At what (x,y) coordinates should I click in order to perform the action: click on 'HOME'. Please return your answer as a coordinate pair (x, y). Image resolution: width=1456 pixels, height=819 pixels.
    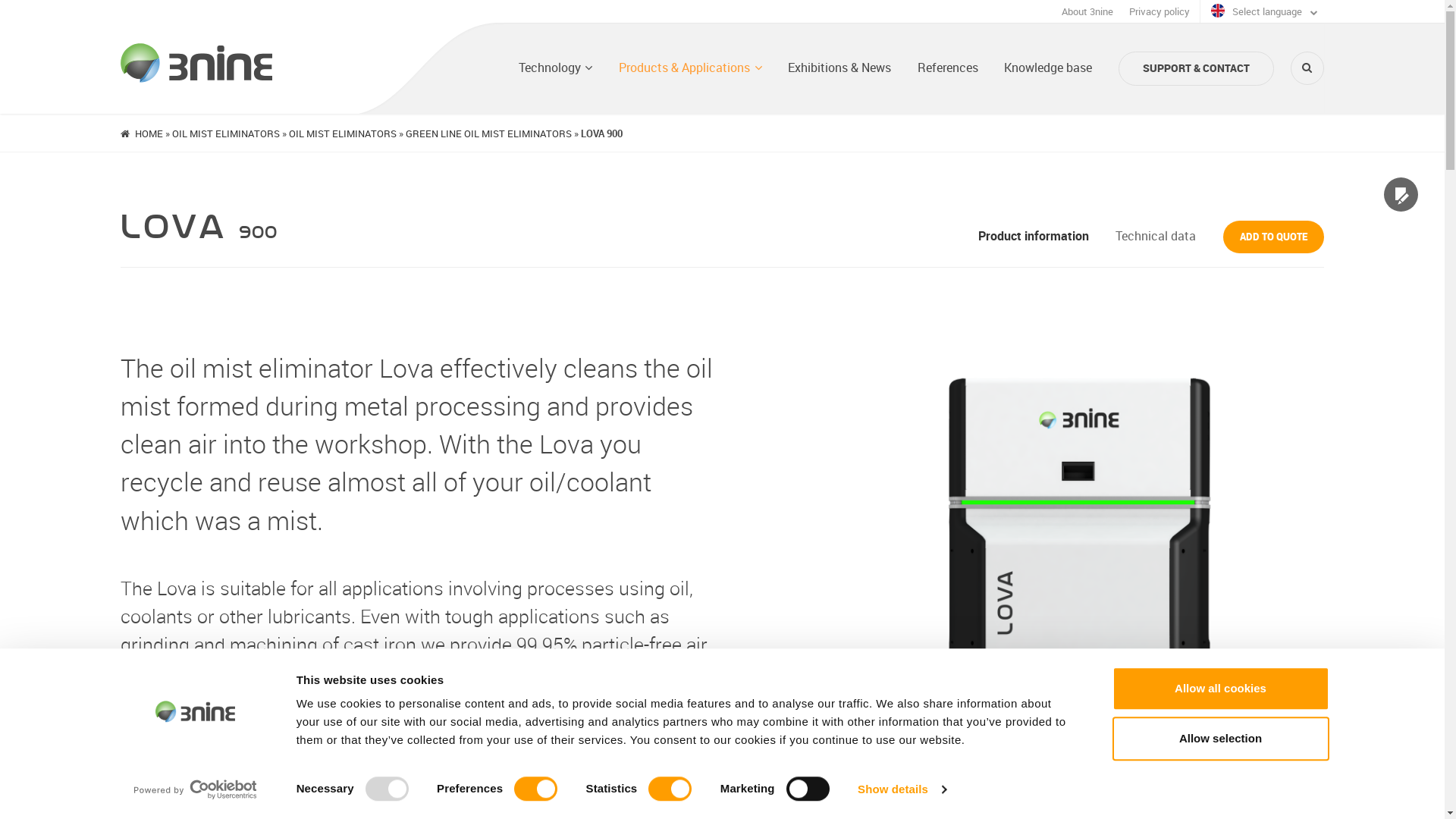
    Looking at the image, I should click on (134, 131).